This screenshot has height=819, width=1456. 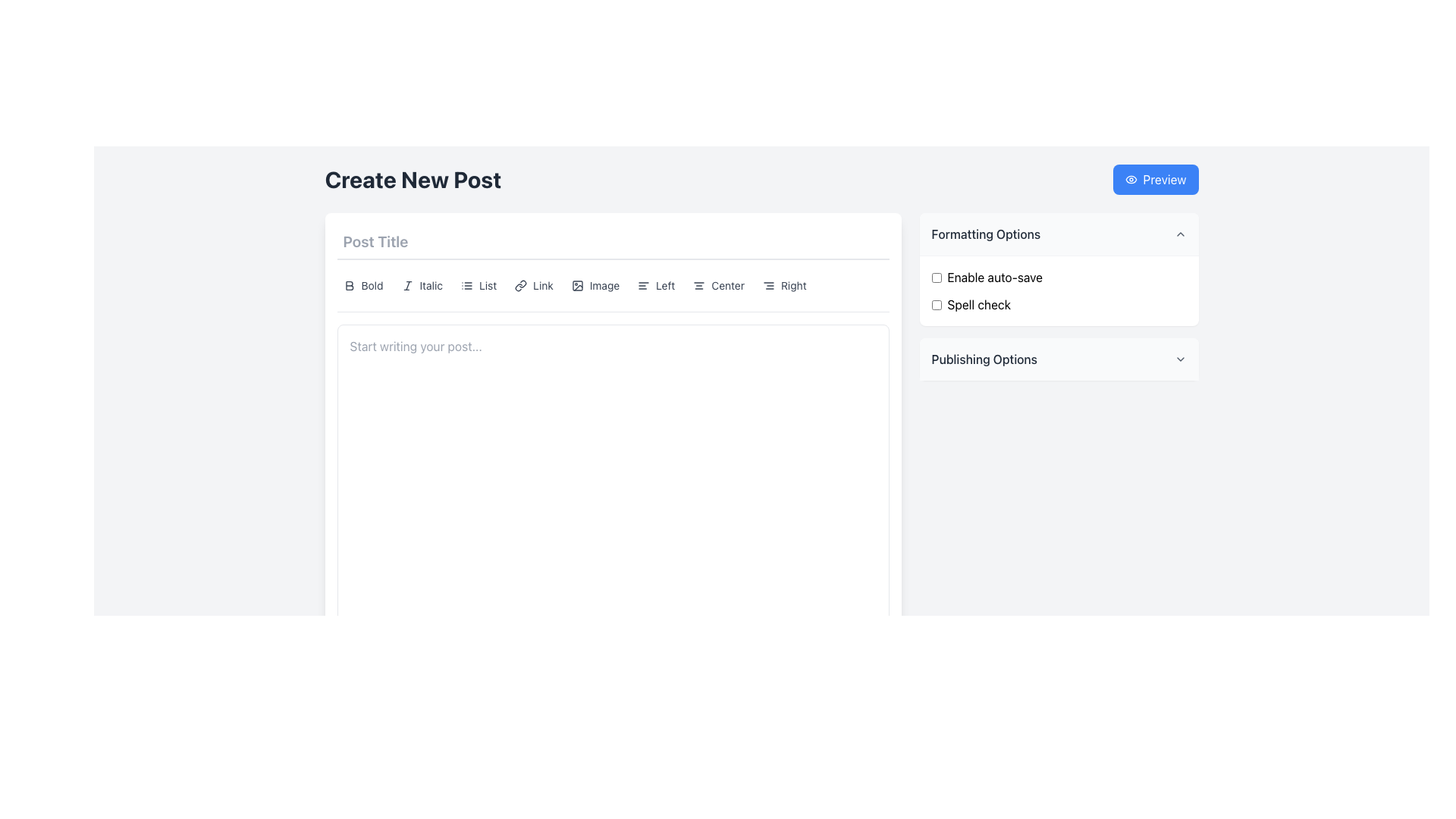 What do you see at coordinates (576, 286) in the screenshot?
I see `the small gray photo placeholder icon located in the horizontal toolbar beneath the 'Post Title' heading` at bounding box center [576, 286].